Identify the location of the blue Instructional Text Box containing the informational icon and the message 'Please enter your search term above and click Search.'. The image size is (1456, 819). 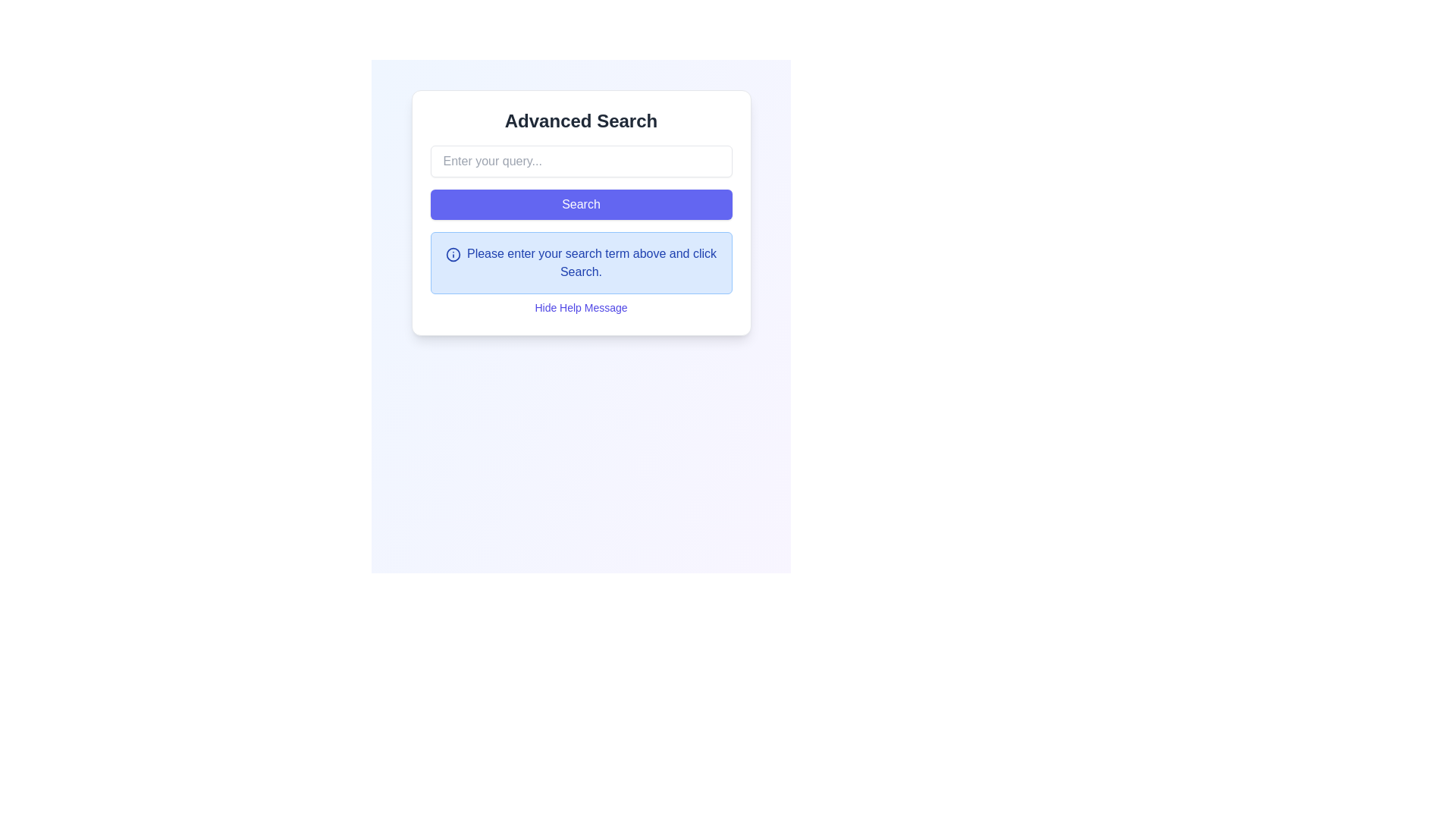
(580, 262).